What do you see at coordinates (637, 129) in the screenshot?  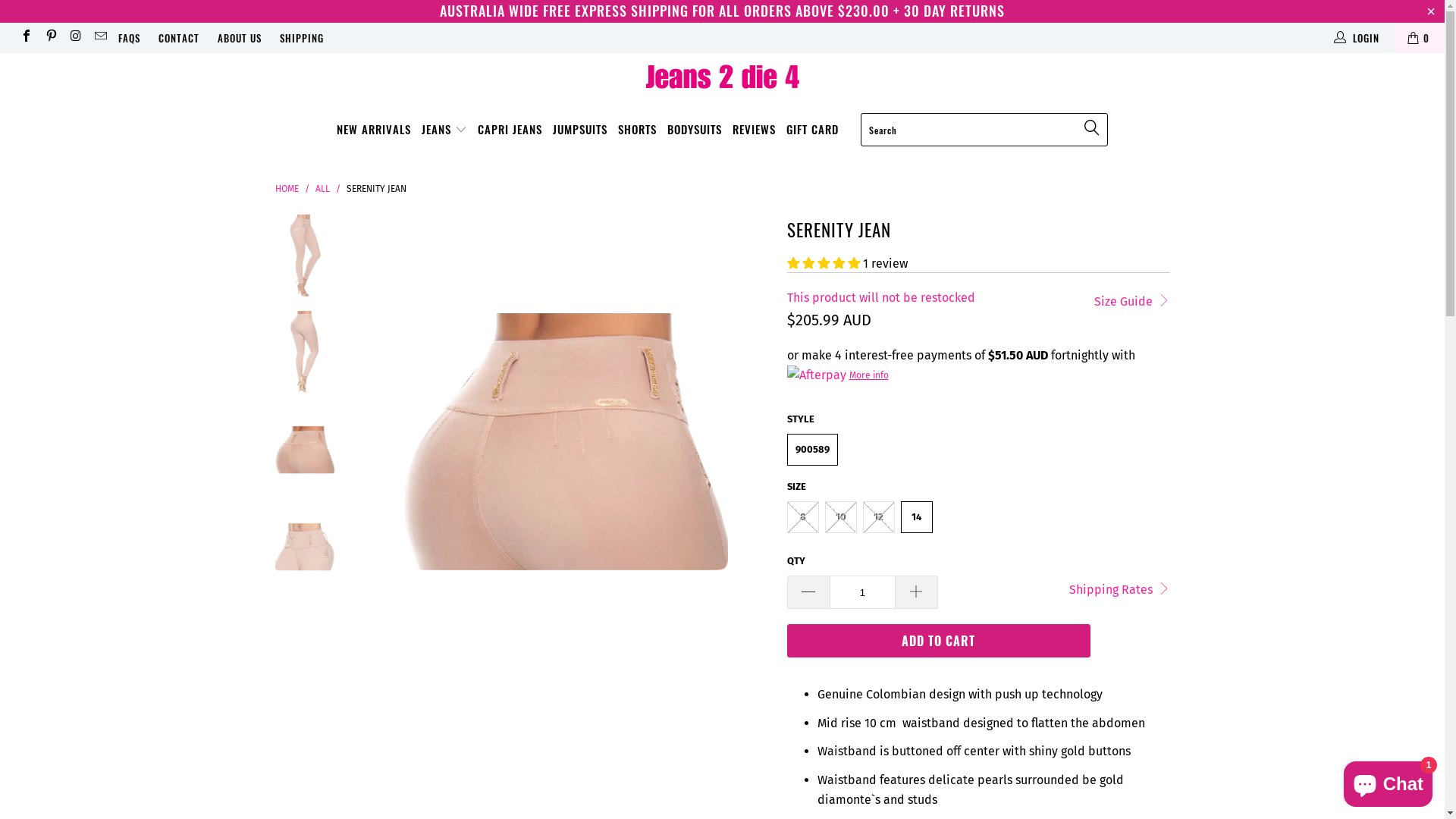 I see `'SHORTS'` at bounding box center [637, 129].